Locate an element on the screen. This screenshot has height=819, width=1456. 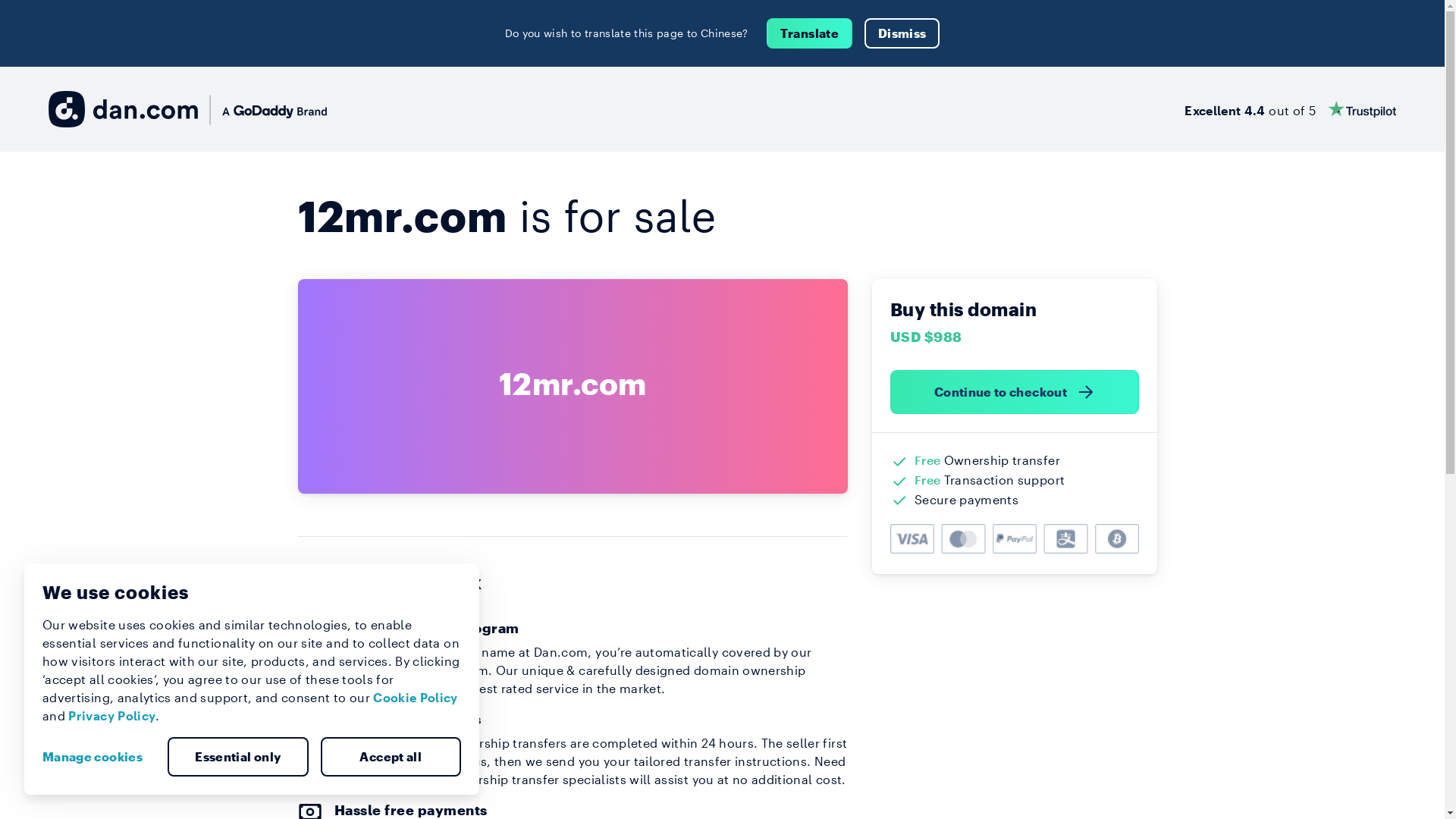
'Translate' is located at coordinates (808, 33).